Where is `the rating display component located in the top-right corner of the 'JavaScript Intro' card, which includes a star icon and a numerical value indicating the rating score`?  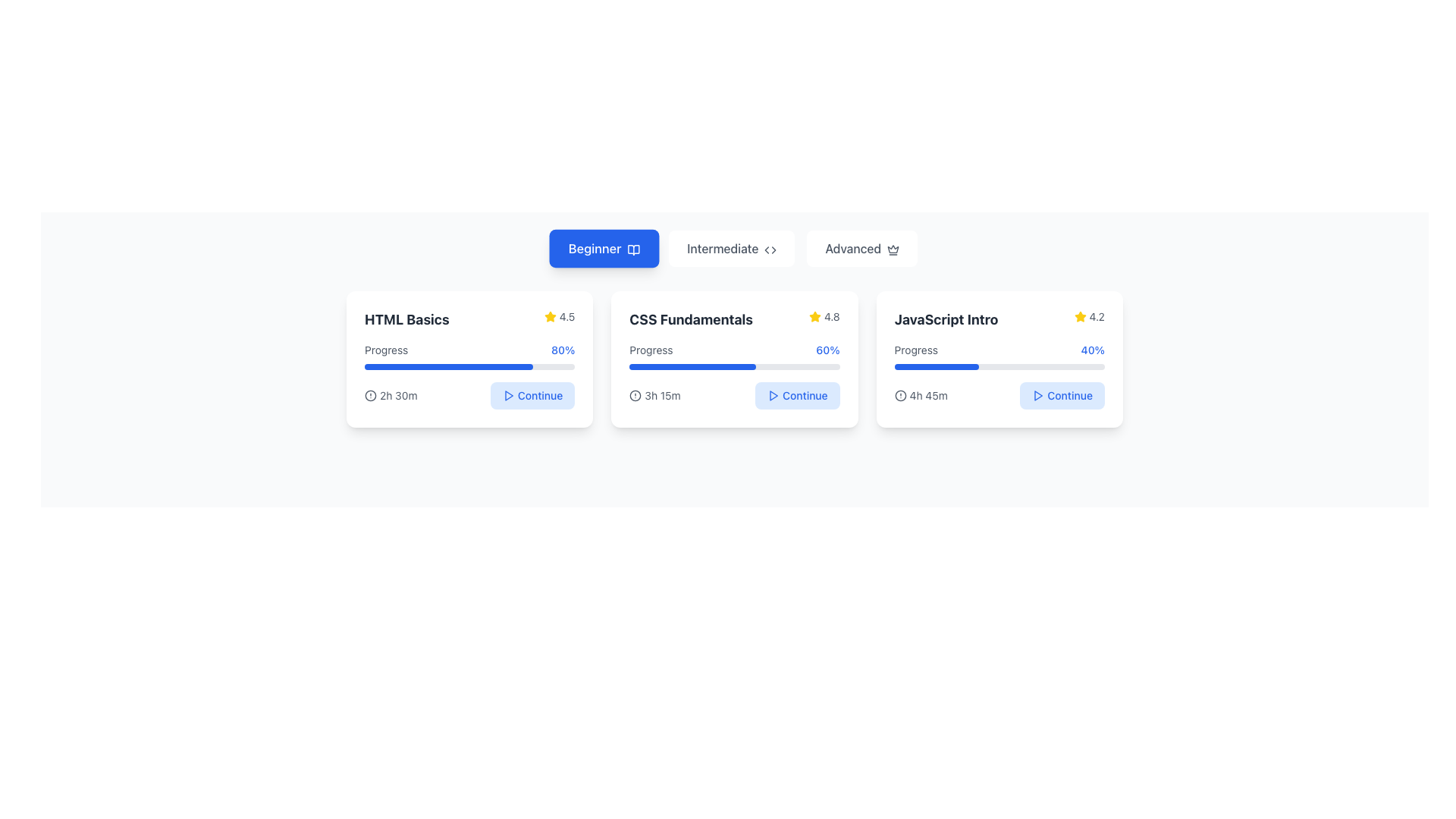
the rating display component located in the top-right corner of the 'JavaScript Intro' card, which includes a star icon and a numerical value indicating the rating score is located at coordinates (1088, 315).